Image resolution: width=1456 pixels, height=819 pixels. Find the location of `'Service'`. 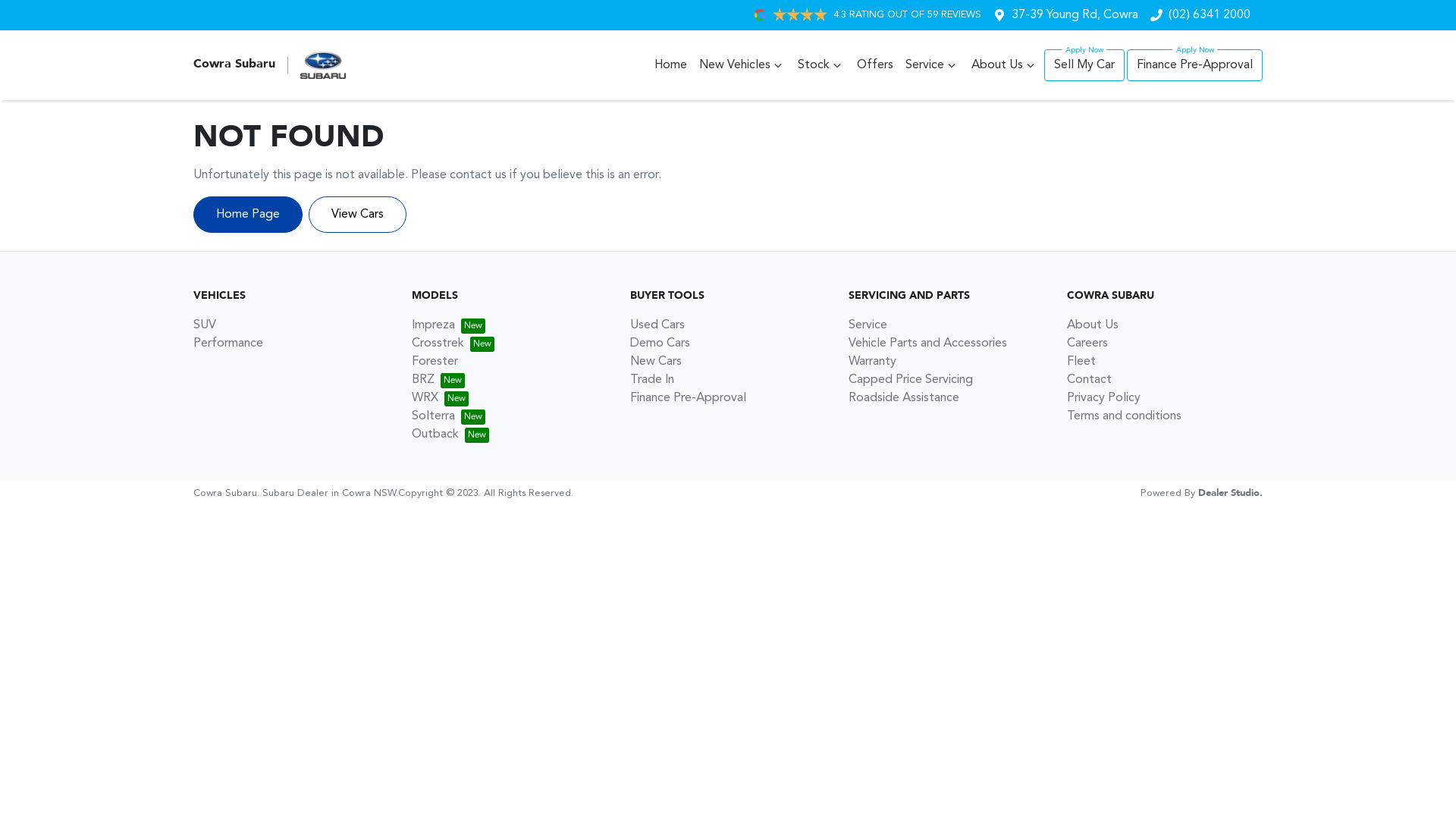

'Service' is located at coordinates (868, 324).